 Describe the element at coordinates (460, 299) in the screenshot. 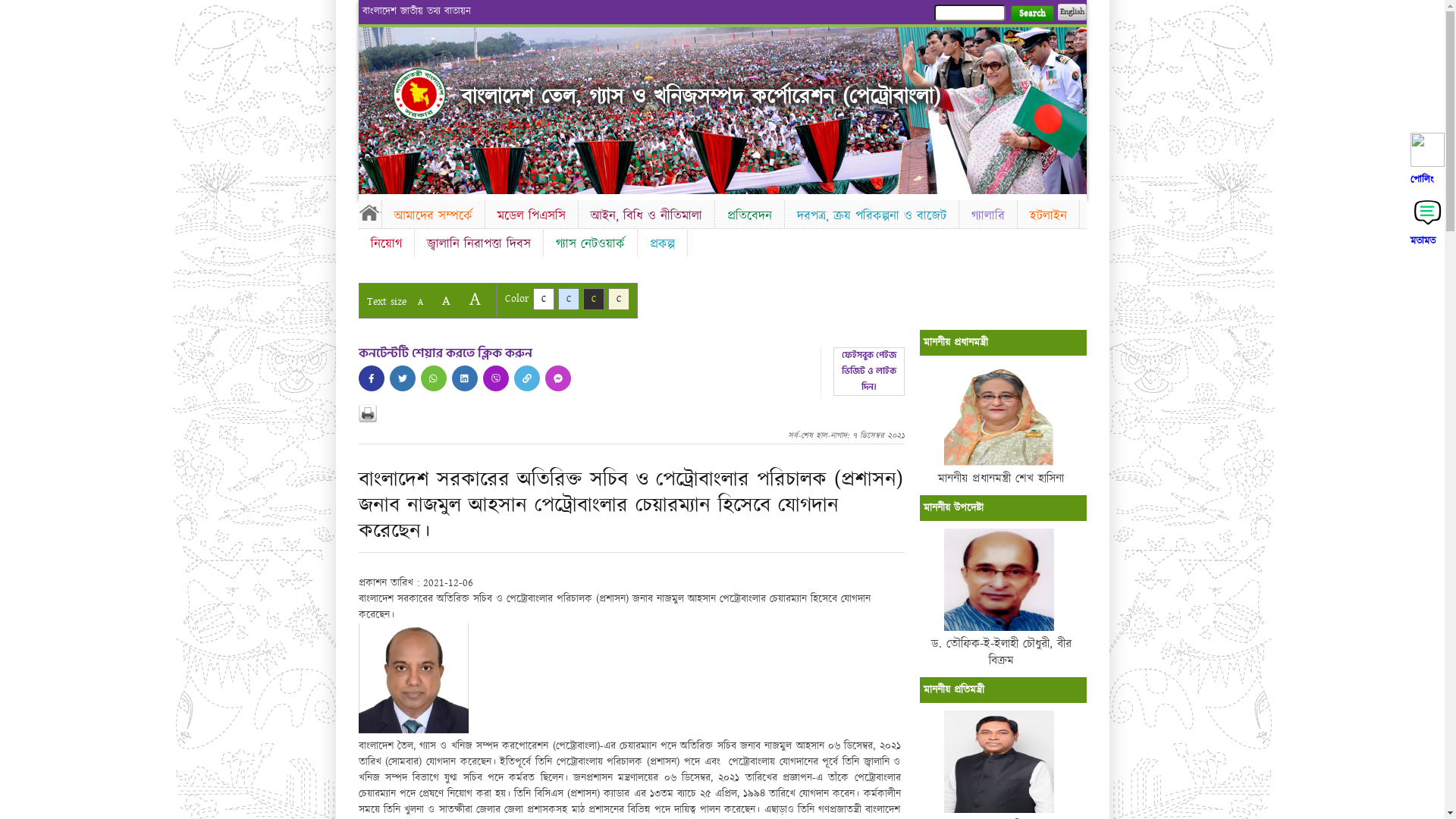

I see `'A'` at that location.